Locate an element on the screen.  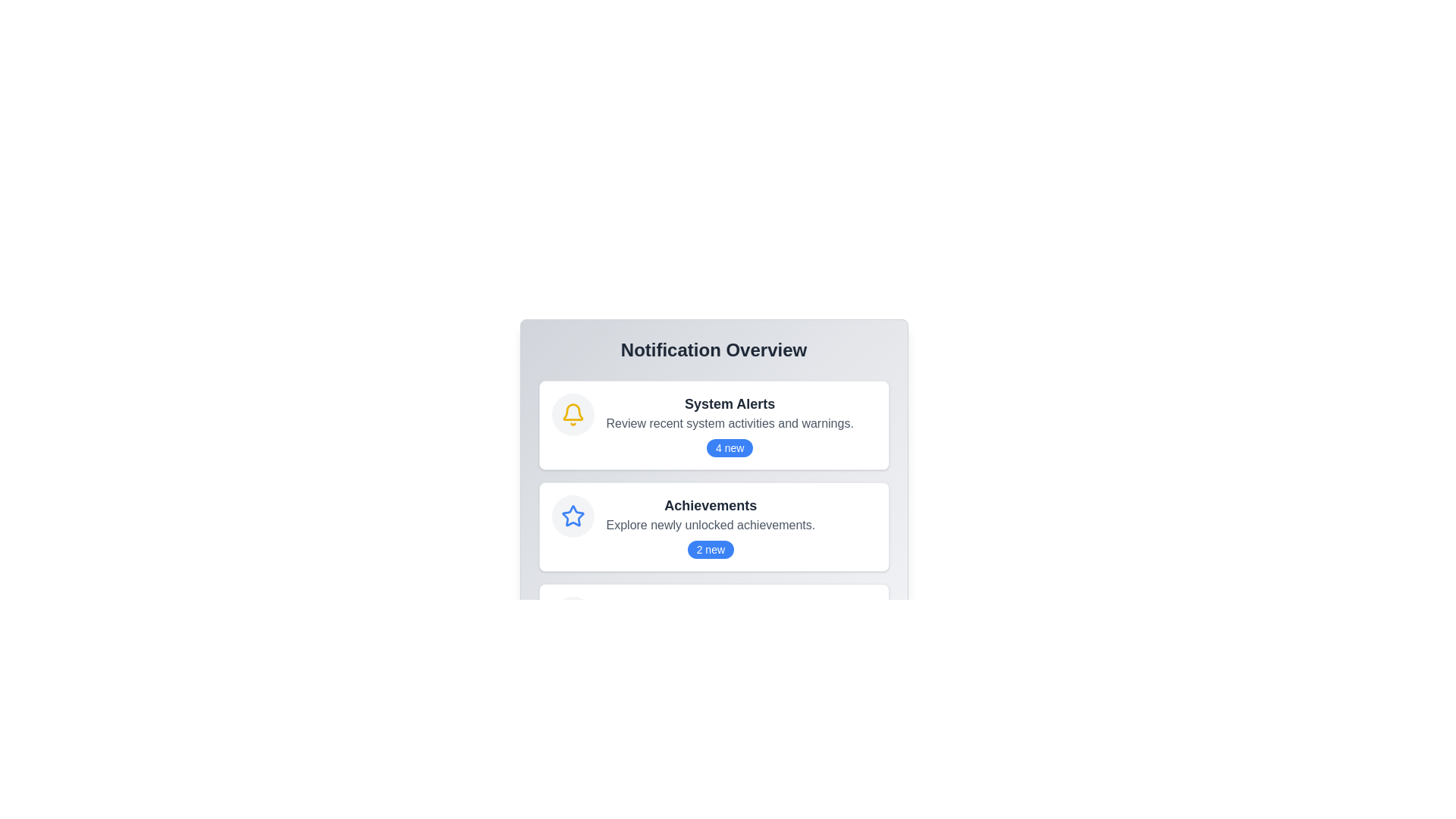
the static text label that serves as a heading for system alert information is located at coordinates (730, 403).